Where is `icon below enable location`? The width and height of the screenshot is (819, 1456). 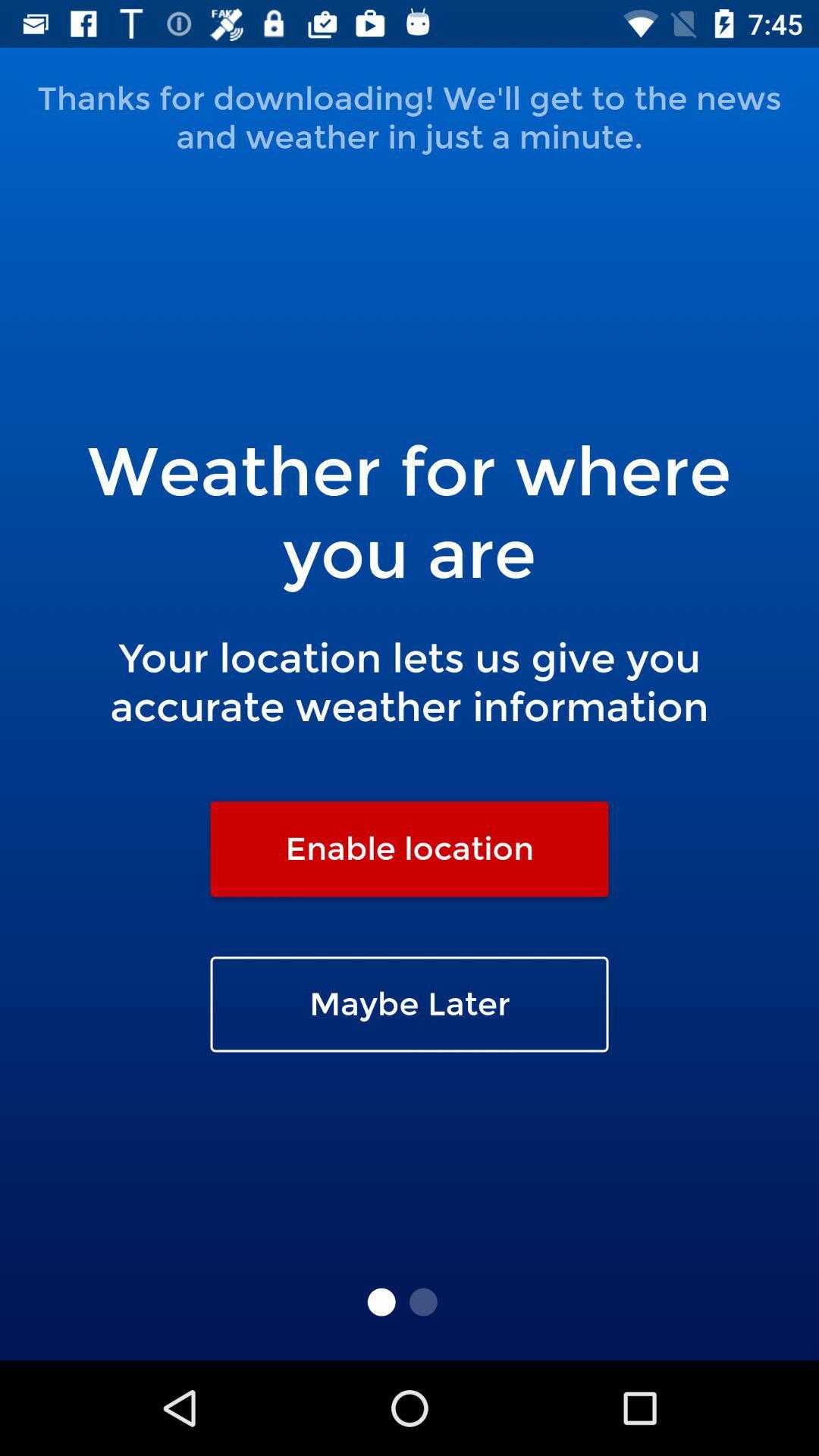 icon below enable location is located at coordinates (409, 1004).